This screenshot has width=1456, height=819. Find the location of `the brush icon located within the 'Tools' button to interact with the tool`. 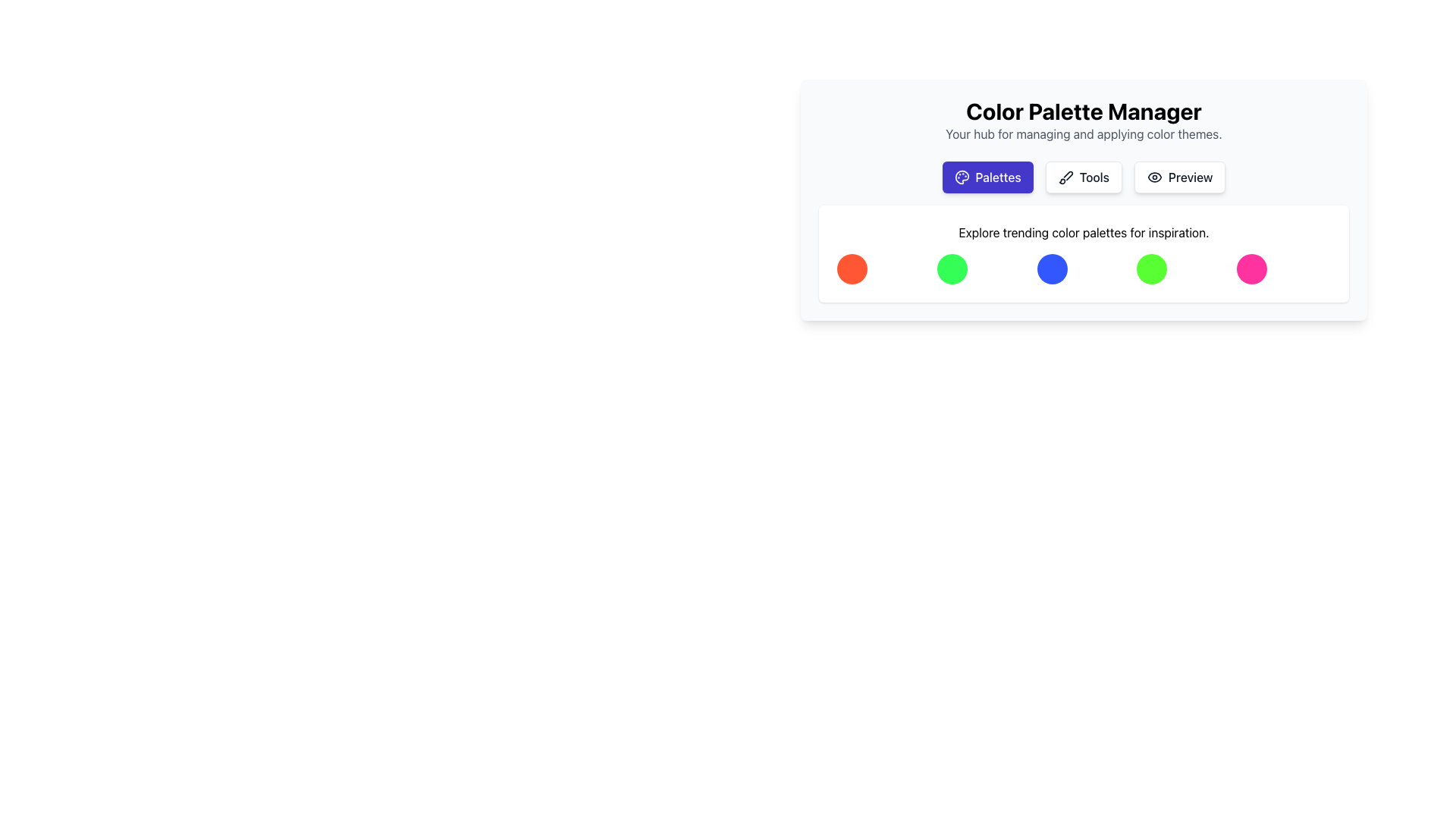

the brush icon located within the 'Tools' button to interact with the tool is located at coordinates (1065, 177).